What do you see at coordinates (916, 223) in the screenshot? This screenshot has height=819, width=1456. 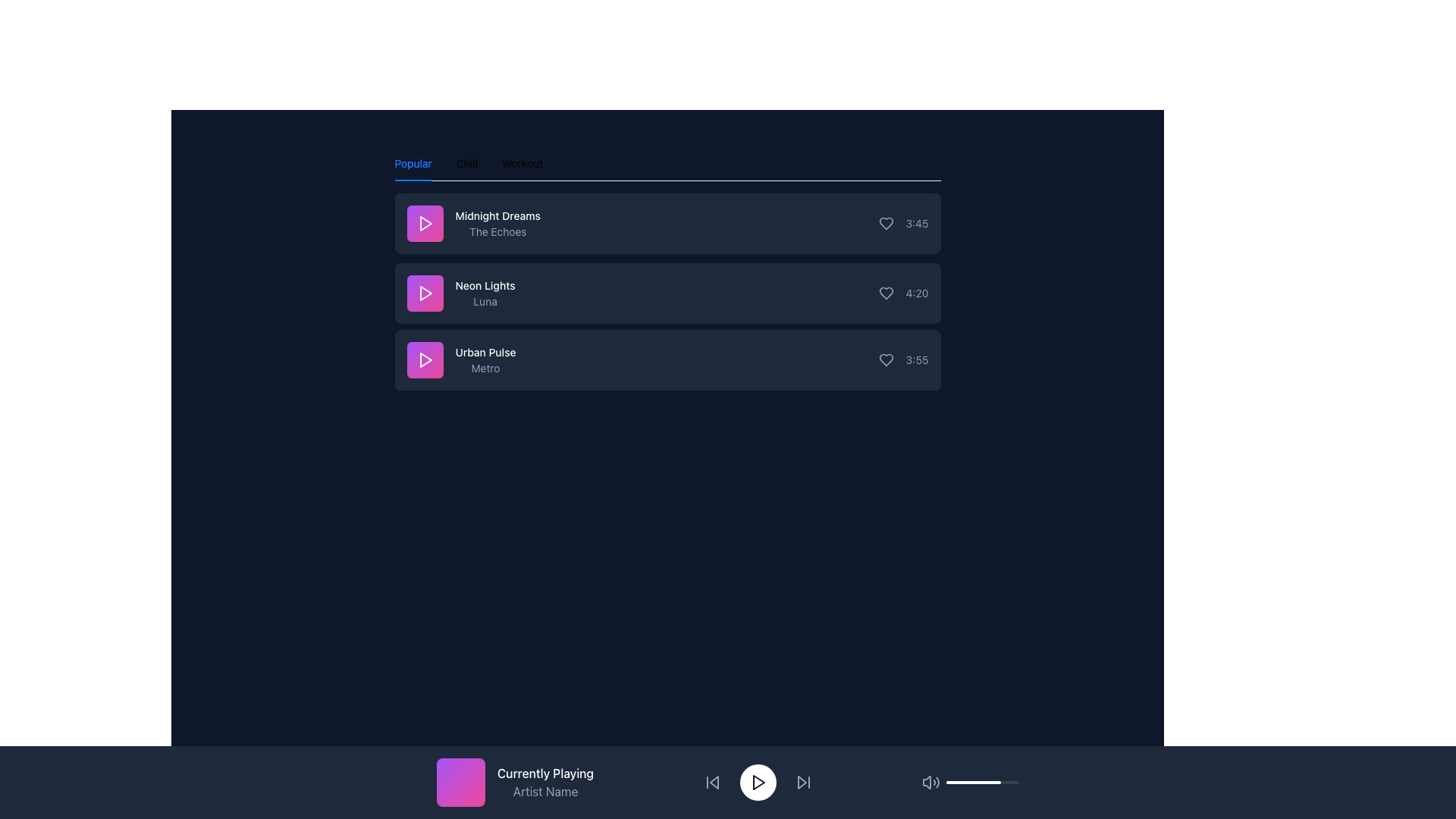 I see `the static text label displaying the time '3:45', which is styled in slate gray and positioned to the far right of a heart-shaped icon in a playlist interface` at bounding box center [916, 223].